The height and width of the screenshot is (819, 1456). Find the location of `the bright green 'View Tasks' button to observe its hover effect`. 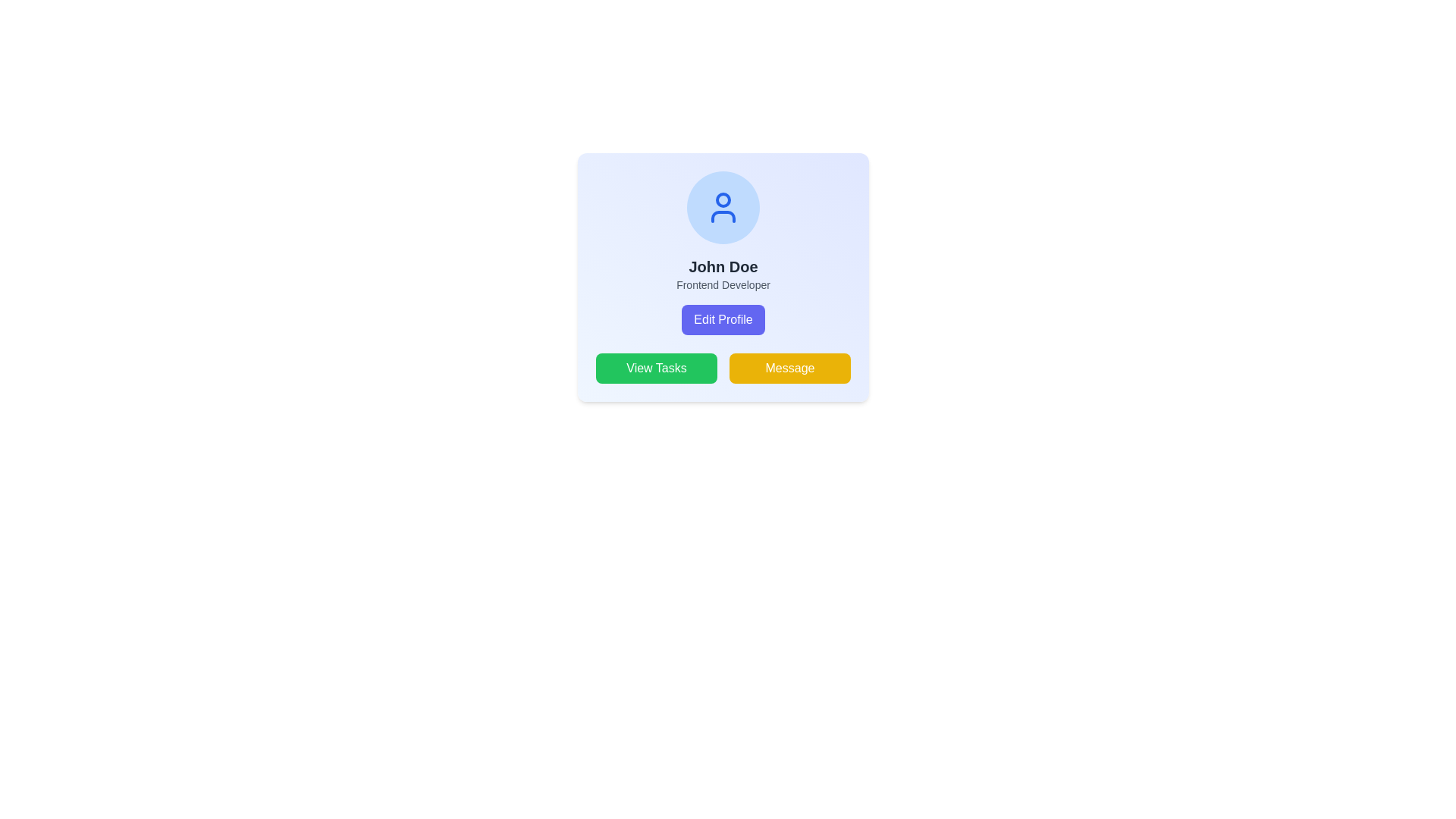

the bright green 'View Tasks' button to observe its hover effect is located at coordinates (656, 369).